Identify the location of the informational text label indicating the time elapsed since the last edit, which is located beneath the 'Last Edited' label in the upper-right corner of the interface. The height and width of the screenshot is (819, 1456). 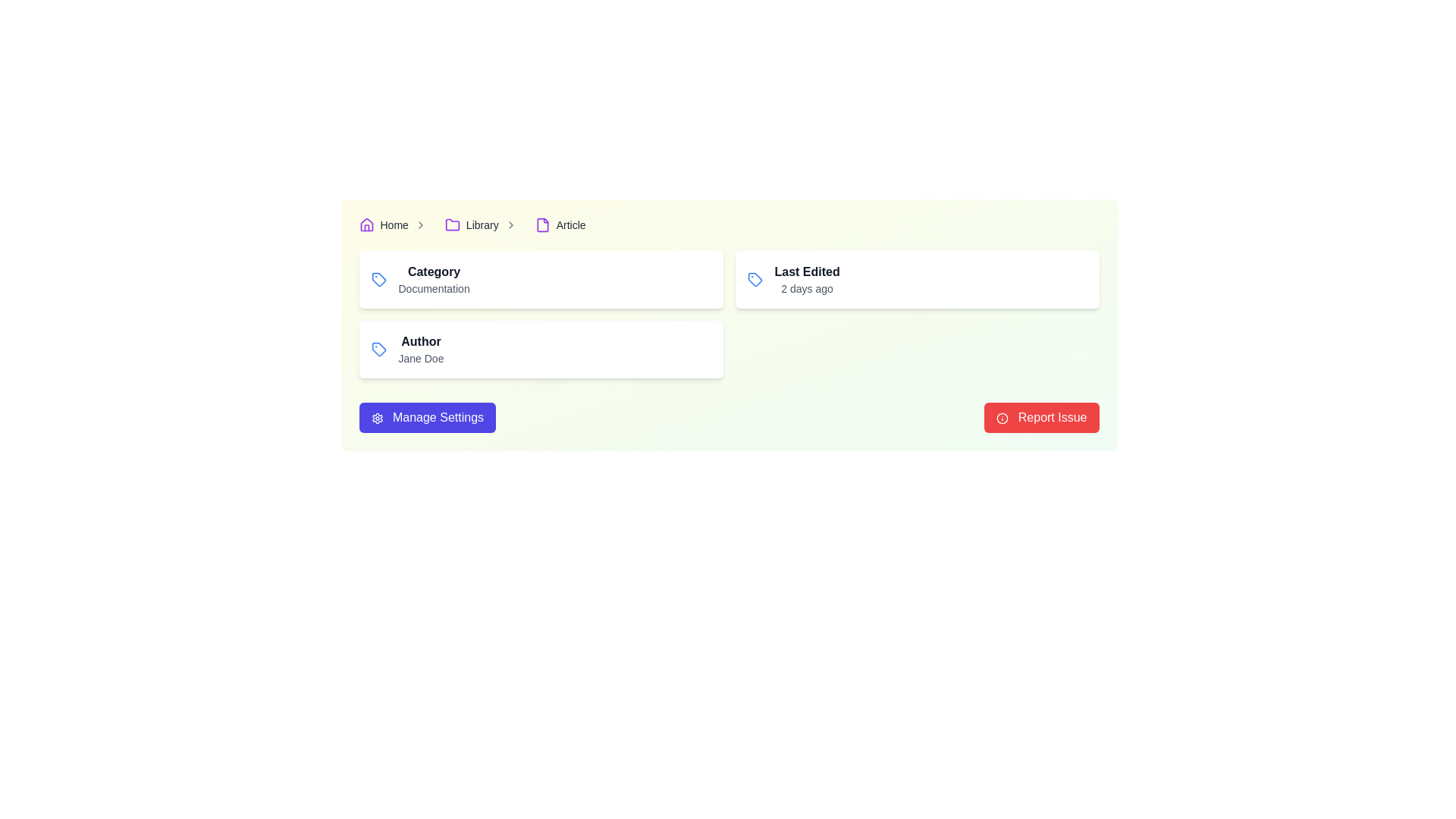
(806, 289).